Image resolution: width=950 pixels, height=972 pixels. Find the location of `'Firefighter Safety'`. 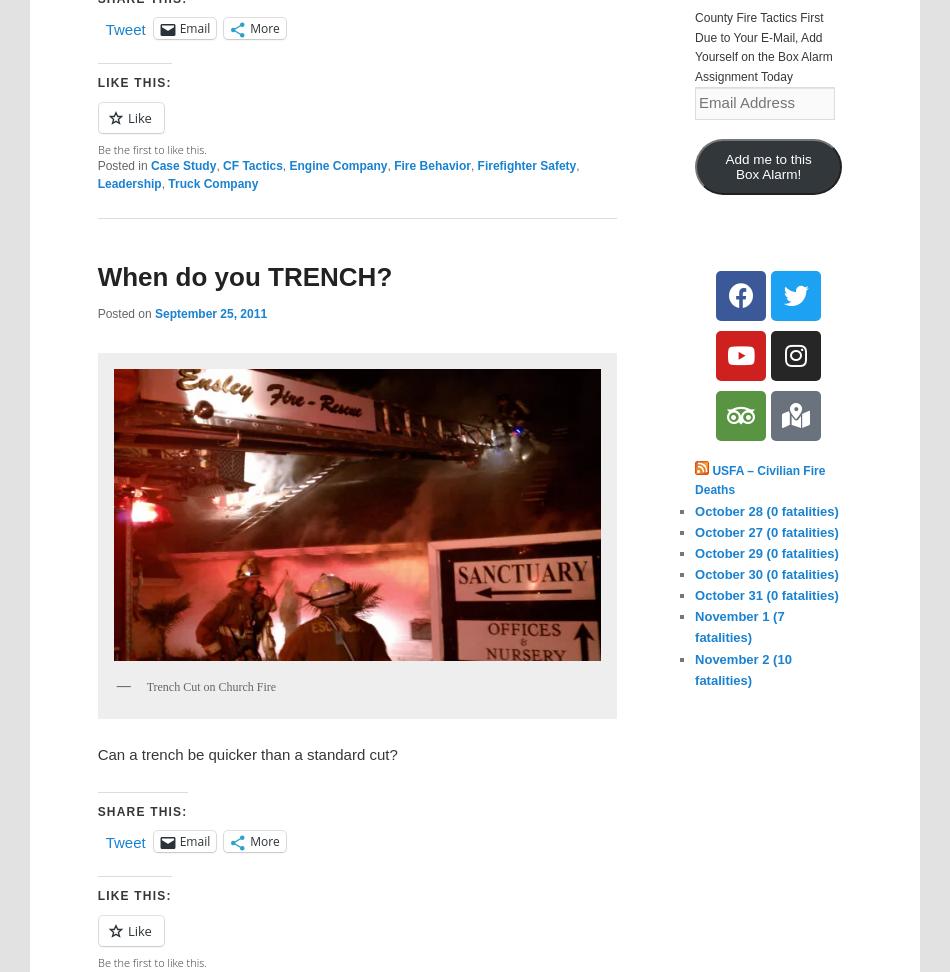

'Firefighter Safety' is located at coordinates (526, 166).